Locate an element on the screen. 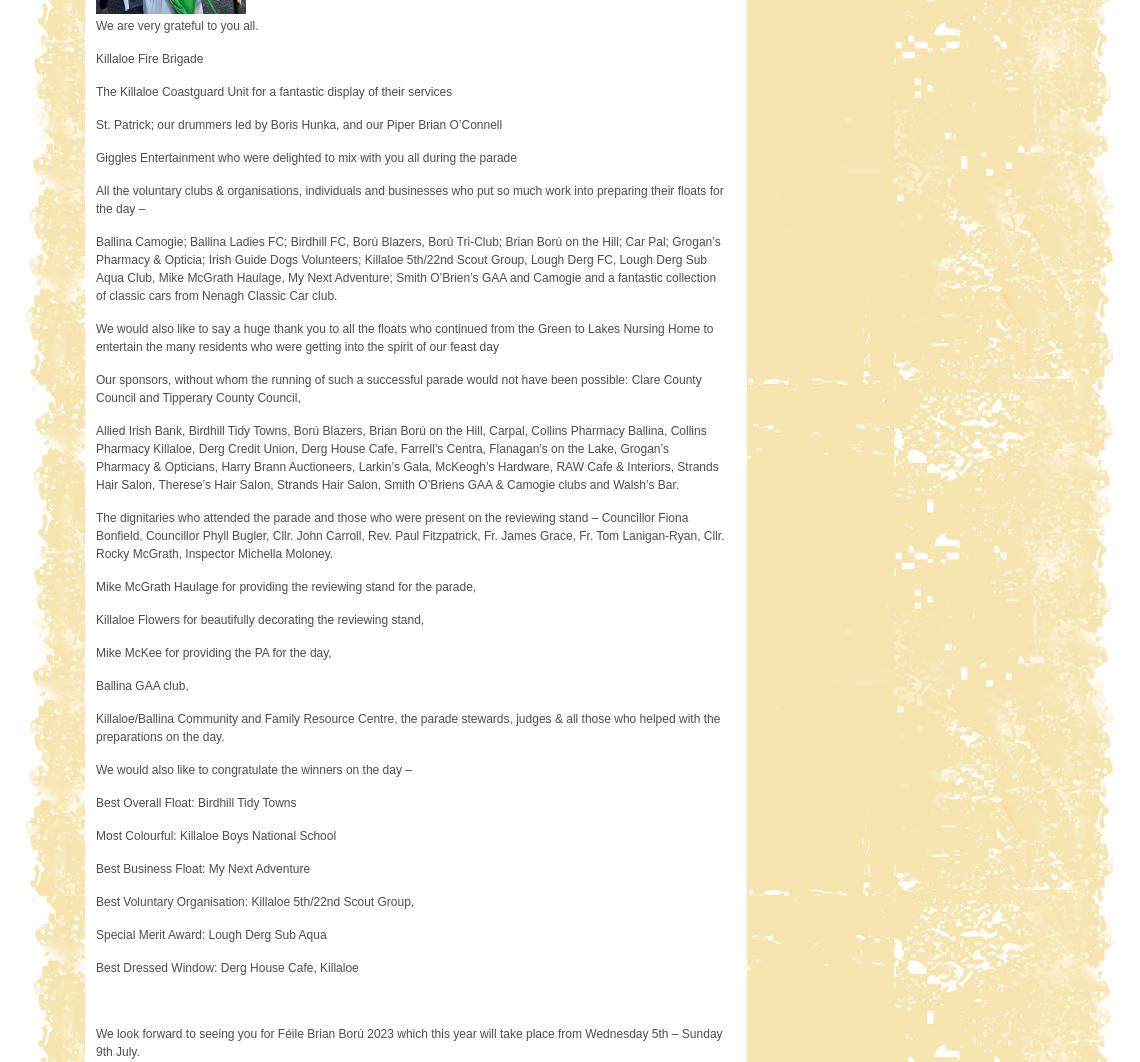 This screenshot has height=1062, width=1140. 'Our sponsors, without whom the running of such a successful parade would not have been possible: Clare County Council and Tipperary County Council,' is located at coordinates (397, 388).